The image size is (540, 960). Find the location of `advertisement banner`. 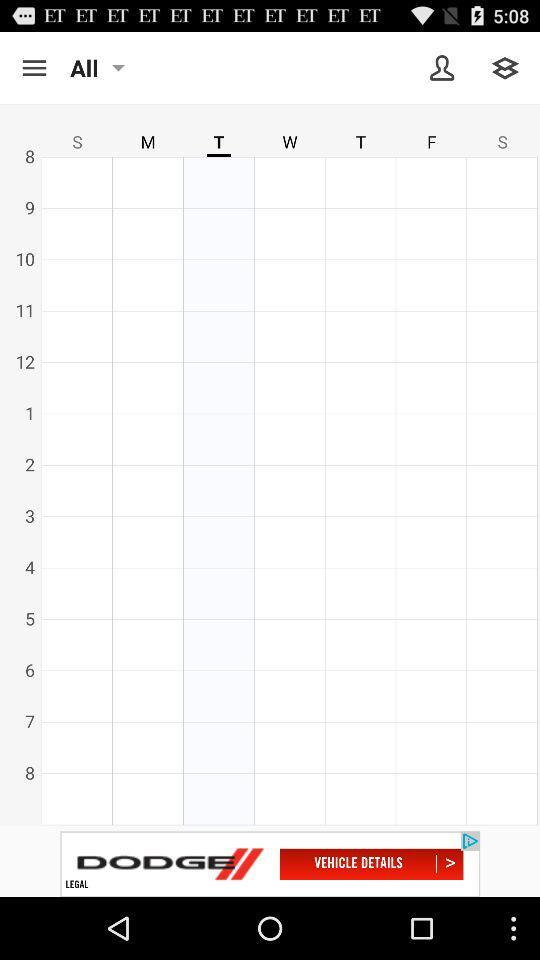

advertisement banner is located at coordinates (270, 863).